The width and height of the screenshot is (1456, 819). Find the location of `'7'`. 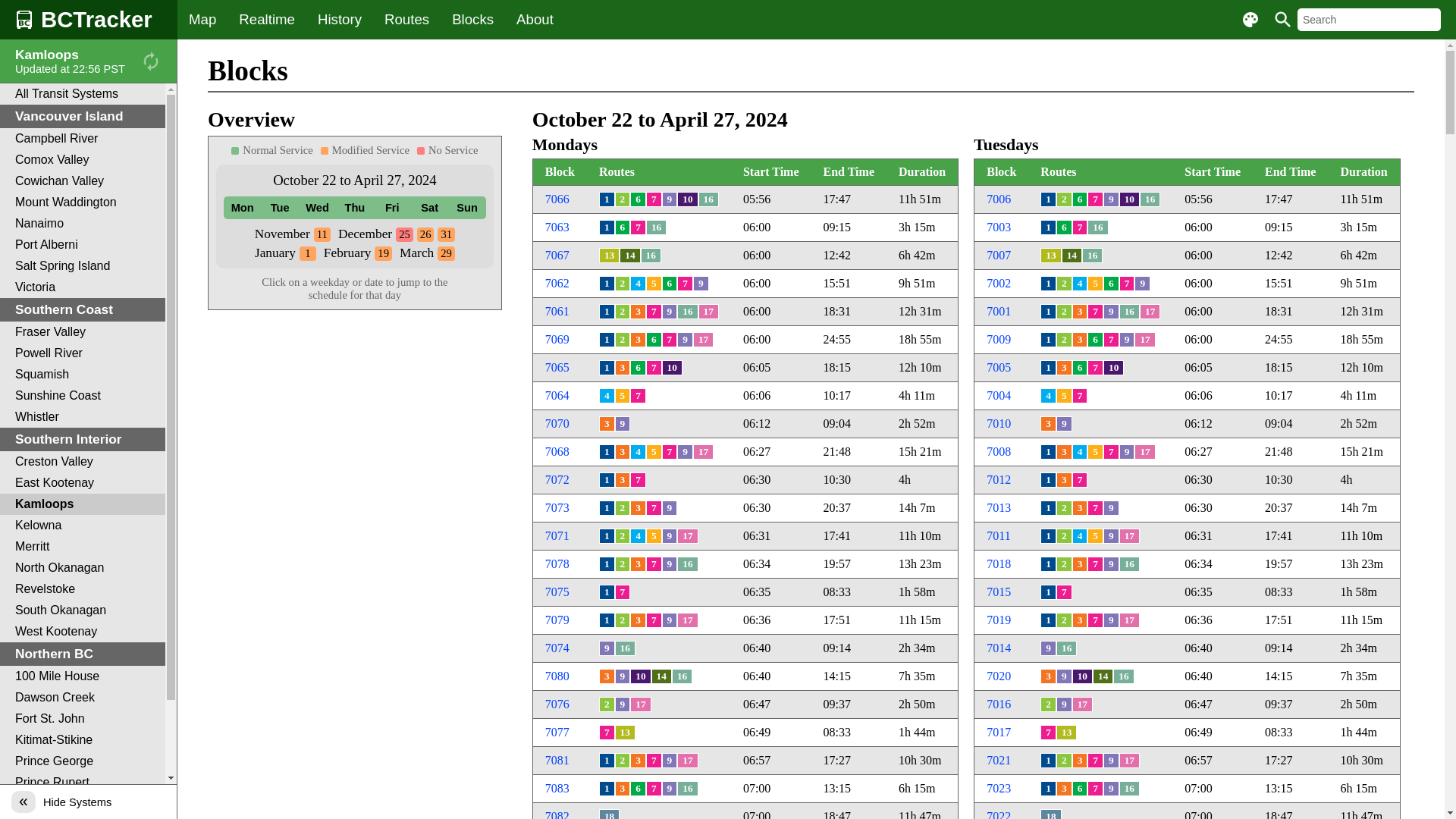

'7' is located at coordinates (623, 591).